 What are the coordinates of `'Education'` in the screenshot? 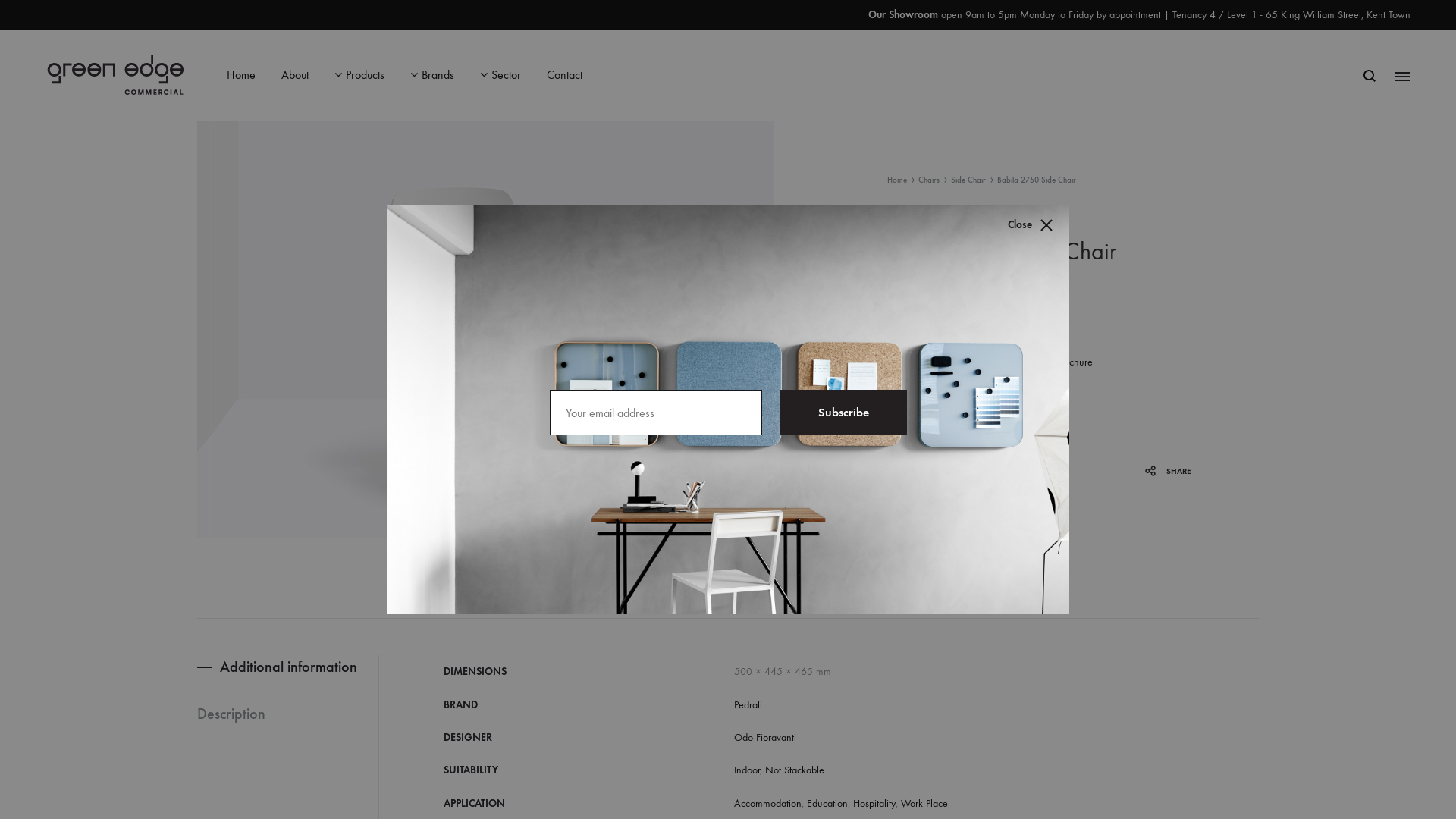 It's located at (826, 802).